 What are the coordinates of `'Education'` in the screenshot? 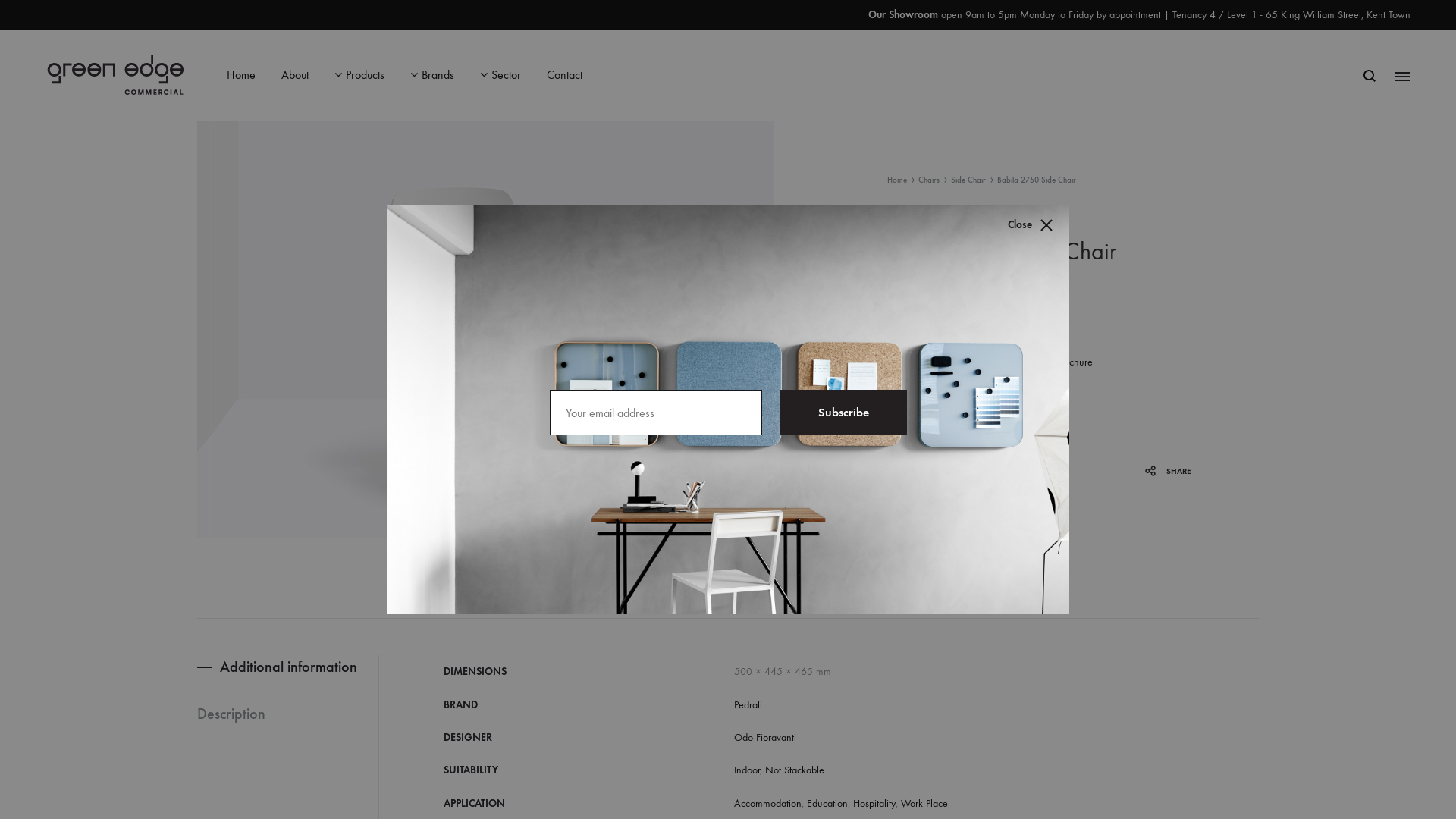 It's located at (826, 802).